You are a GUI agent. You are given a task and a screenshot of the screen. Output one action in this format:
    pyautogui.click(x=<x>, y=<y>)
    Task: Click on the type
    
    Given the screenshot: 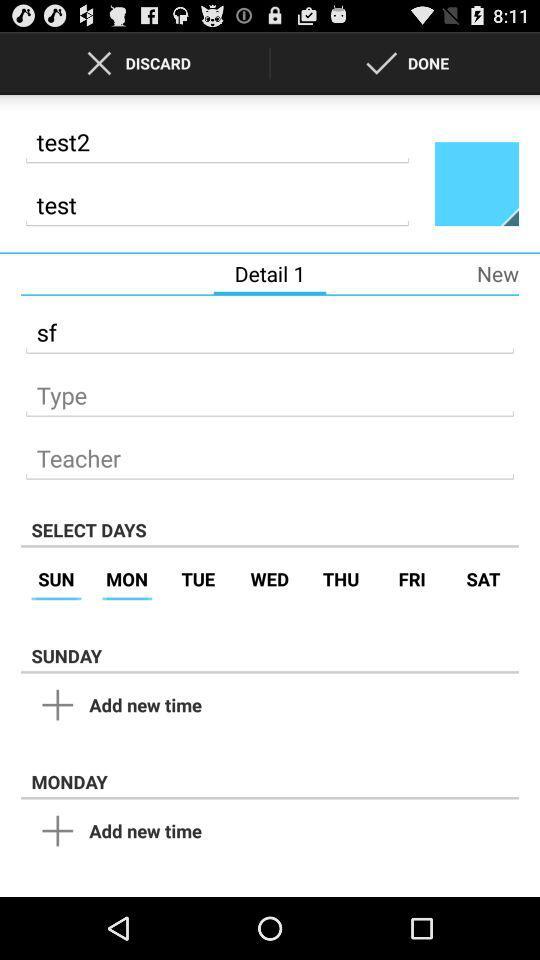 What is the action you would take?
    pyautogui.click(x=270, y=388)
    